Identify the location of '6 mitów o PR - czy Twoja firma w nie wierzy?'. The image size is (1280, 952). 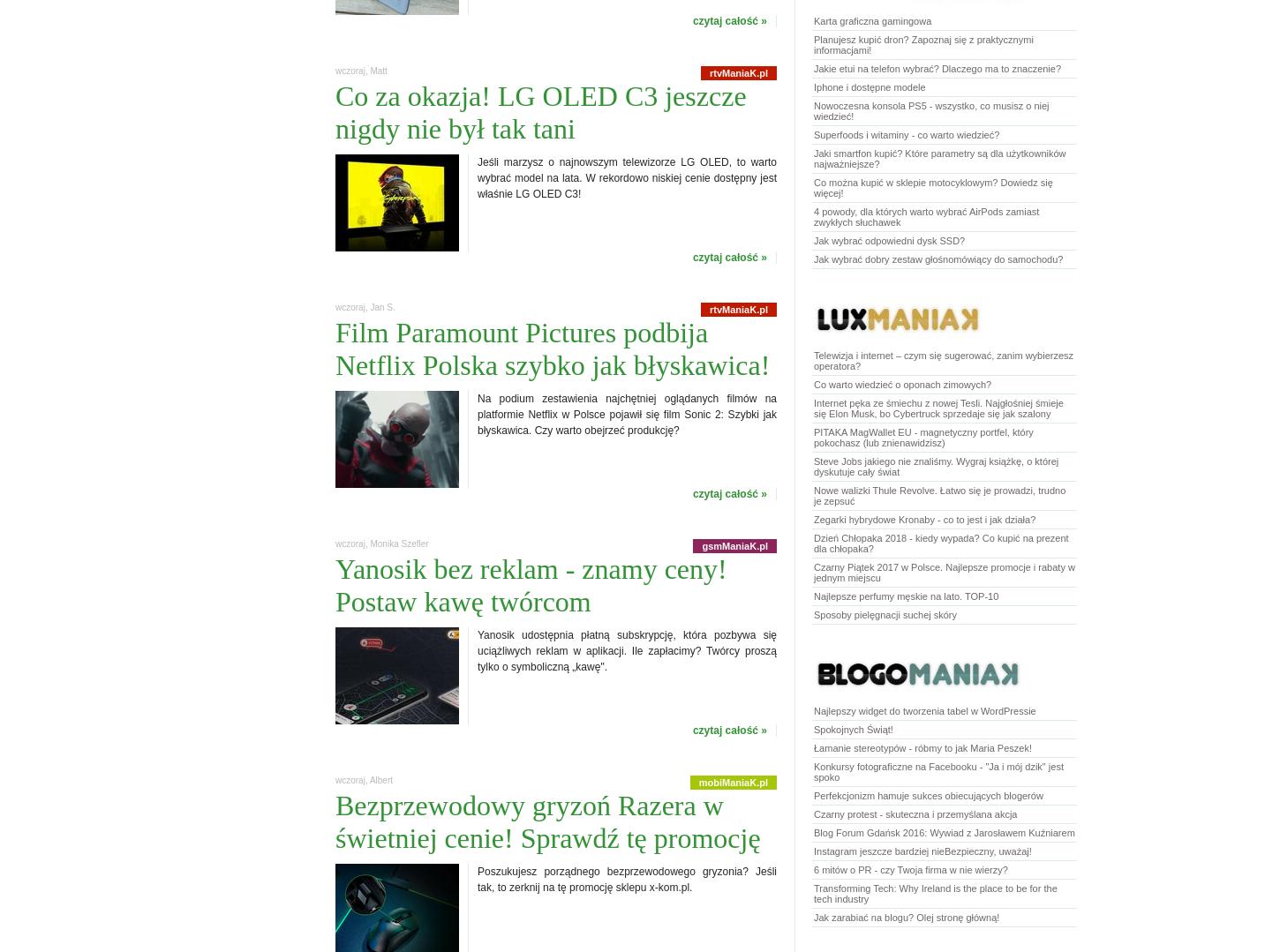
(910, 868).